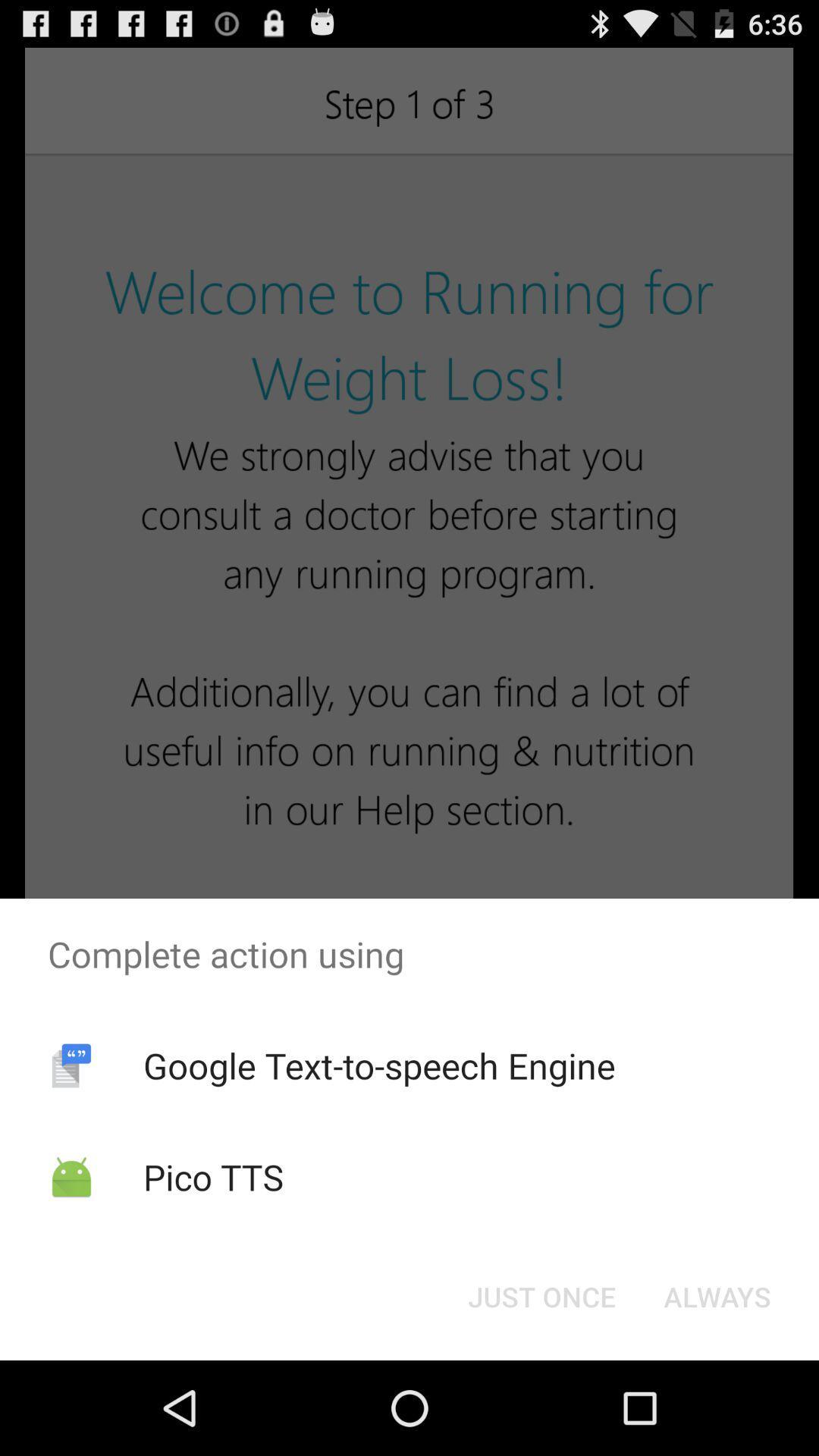  Describe the element at coordinates (378, 1065) in the screenshot. I see `the google text to item` at that location.